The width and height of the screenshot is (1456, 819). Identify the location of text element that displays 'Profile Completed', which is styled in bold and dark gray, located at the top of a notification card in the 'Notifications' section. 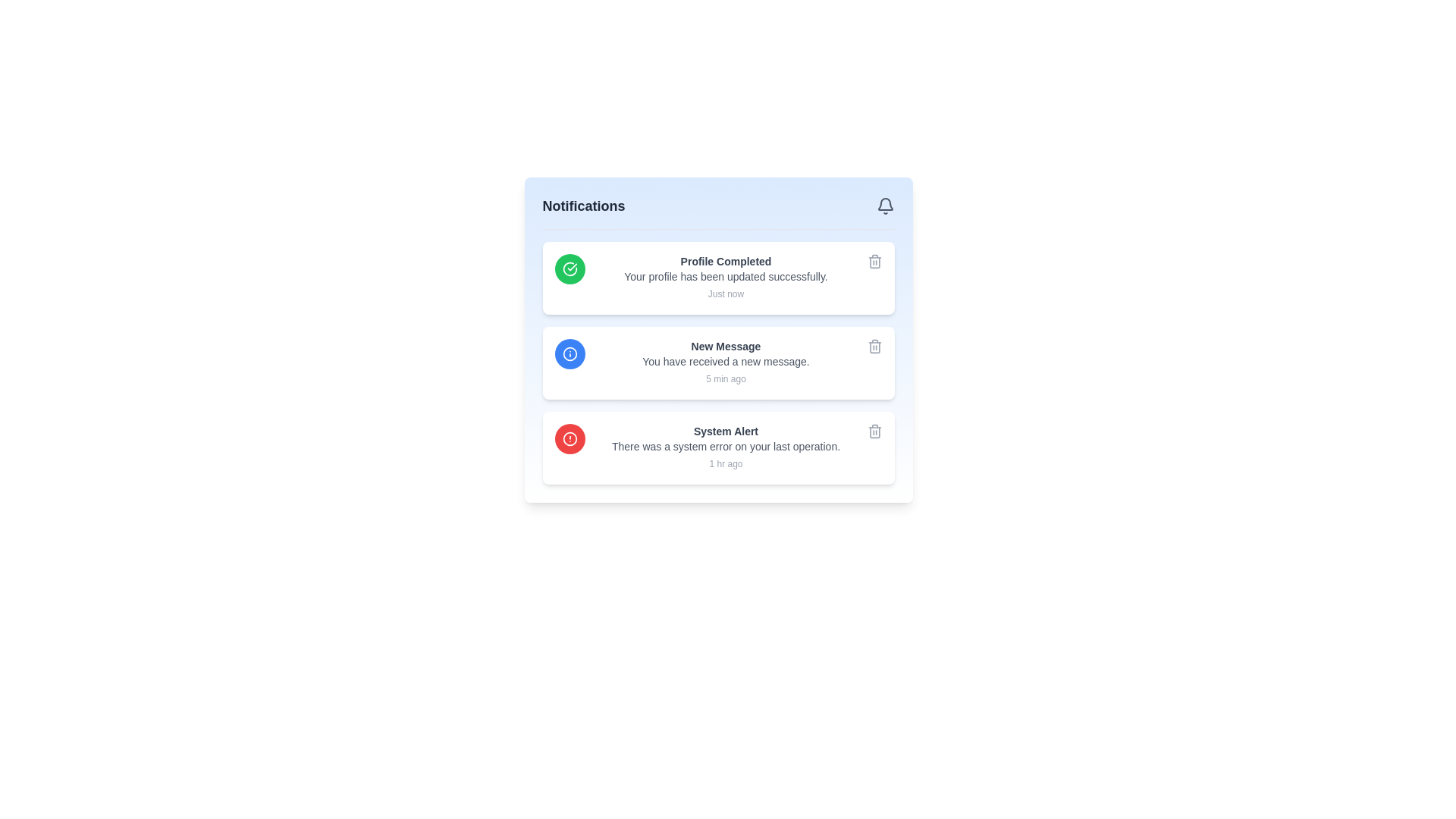
(725, 260).